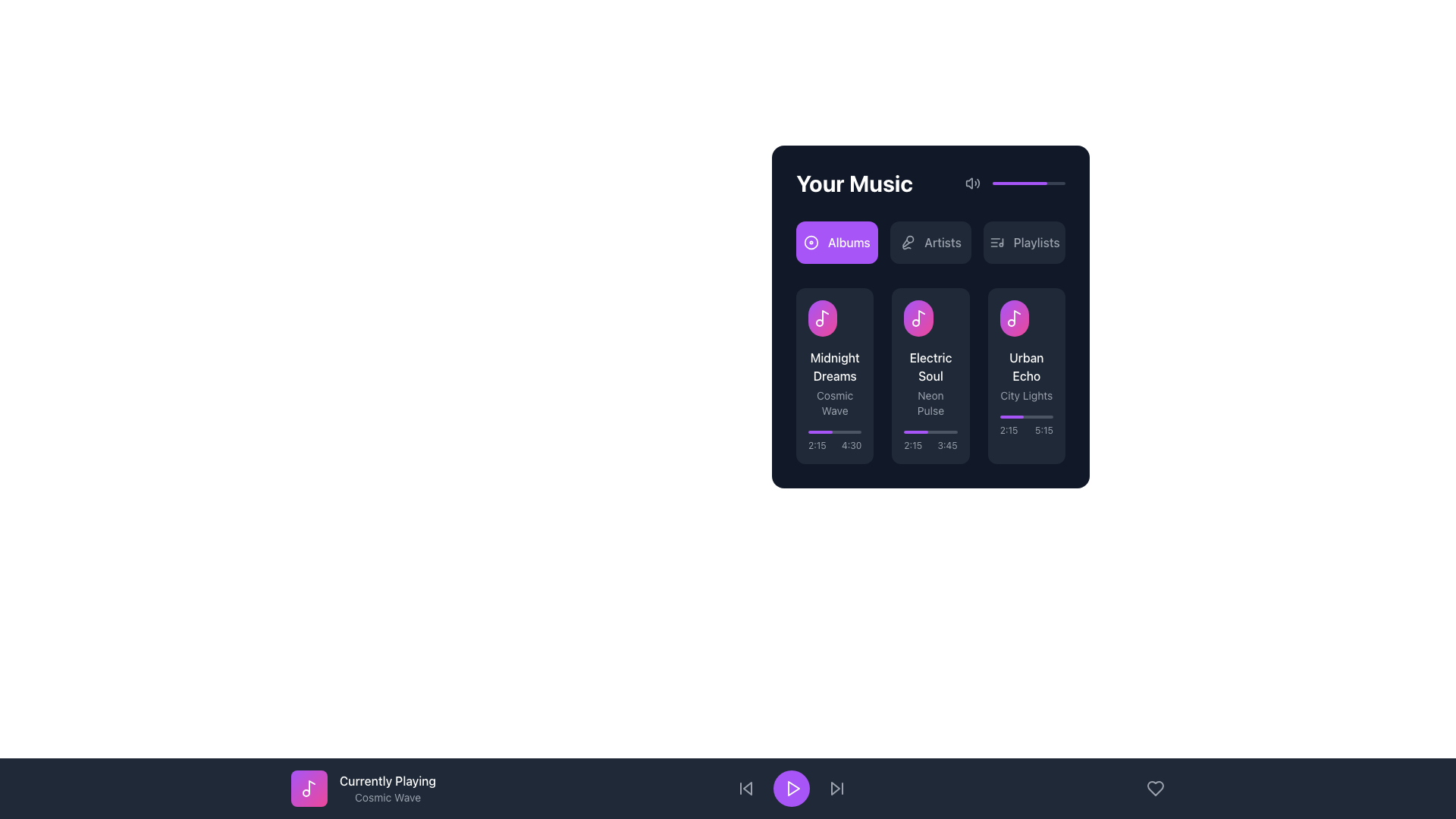  Describe the element at coordinates (834, 444) in the screenshot. I see `the text label displaying playback time indicators '2:15' and '4:30', which is styled in a small gray font and located below the progress bar in the 'Midnight Dreams' card` at that location.